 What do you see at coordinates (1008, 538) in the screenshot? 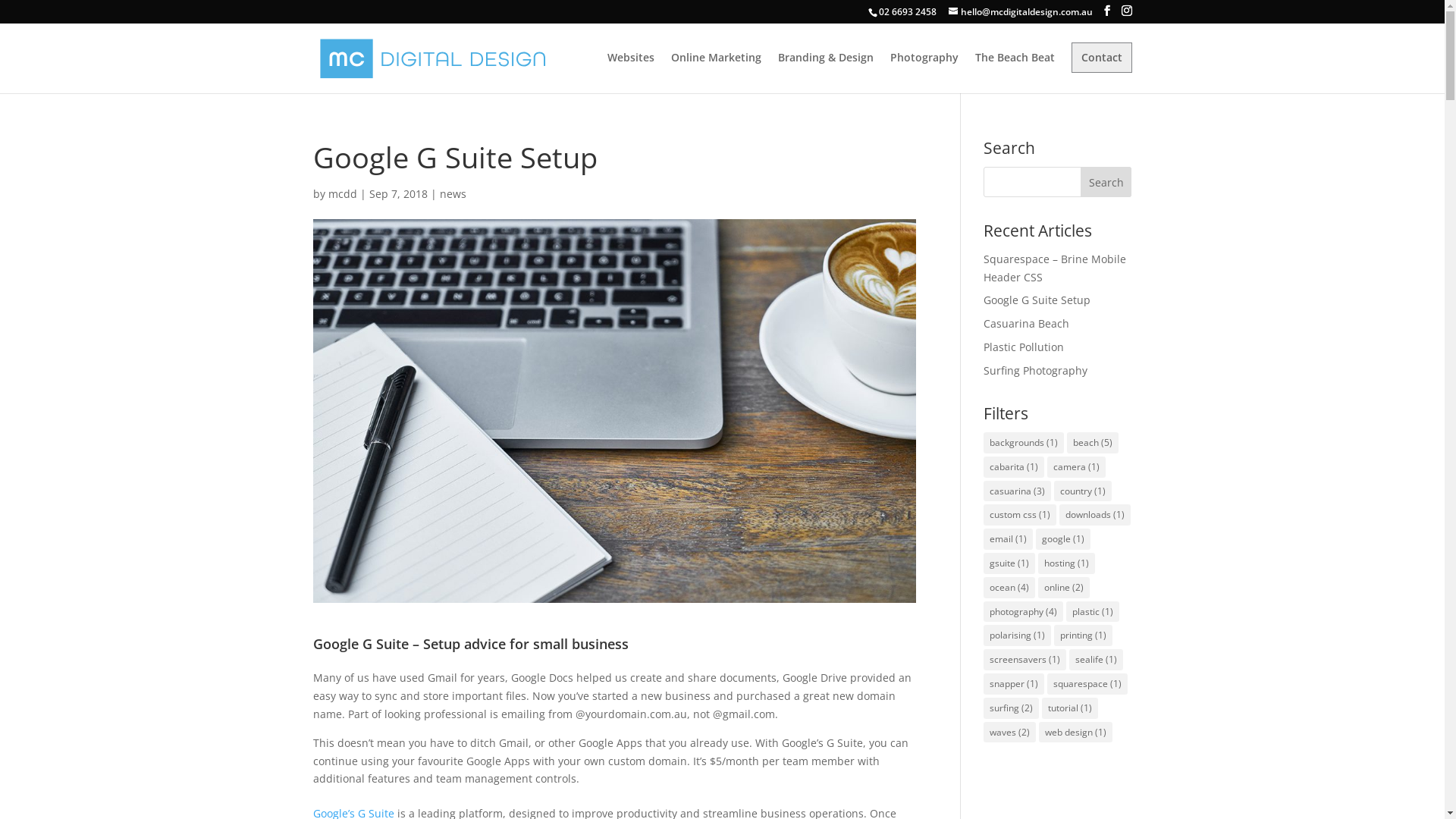
I see `'email (1)'` at bounding box center [1008, 538].